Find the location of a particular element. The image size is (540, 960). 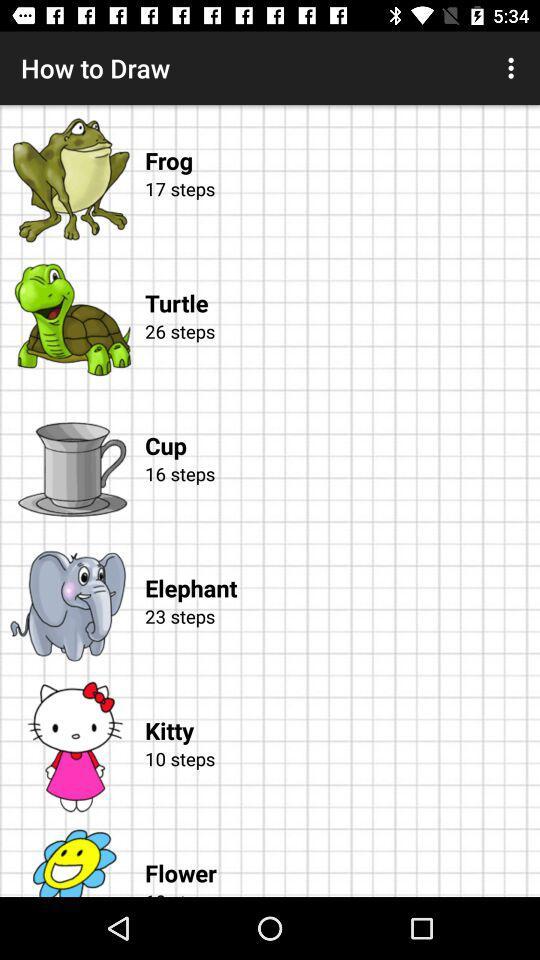

the 16 steps is located at coordinates (338, 496).